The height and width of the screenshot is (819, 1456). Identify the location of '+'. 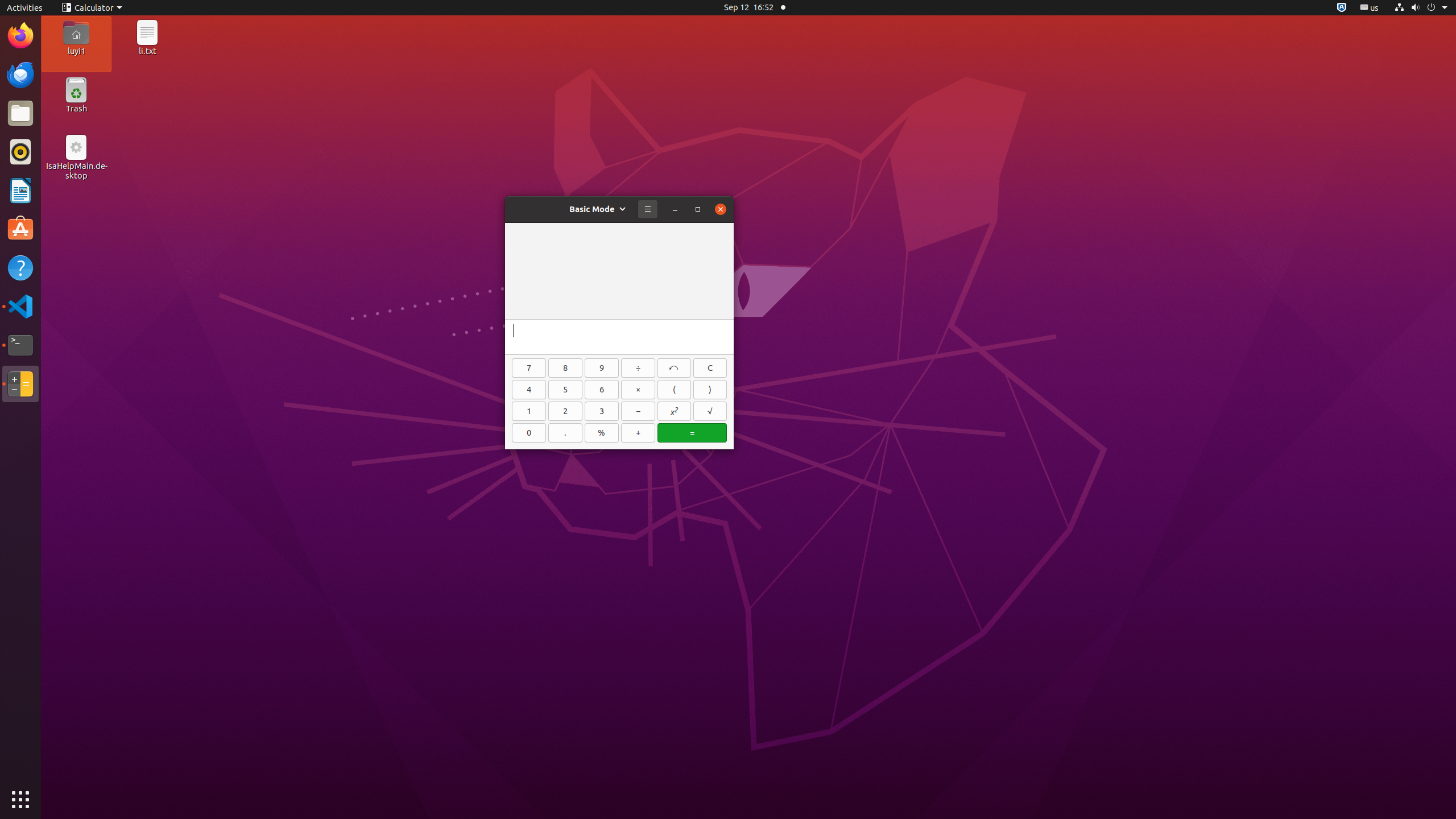
(638, 433).